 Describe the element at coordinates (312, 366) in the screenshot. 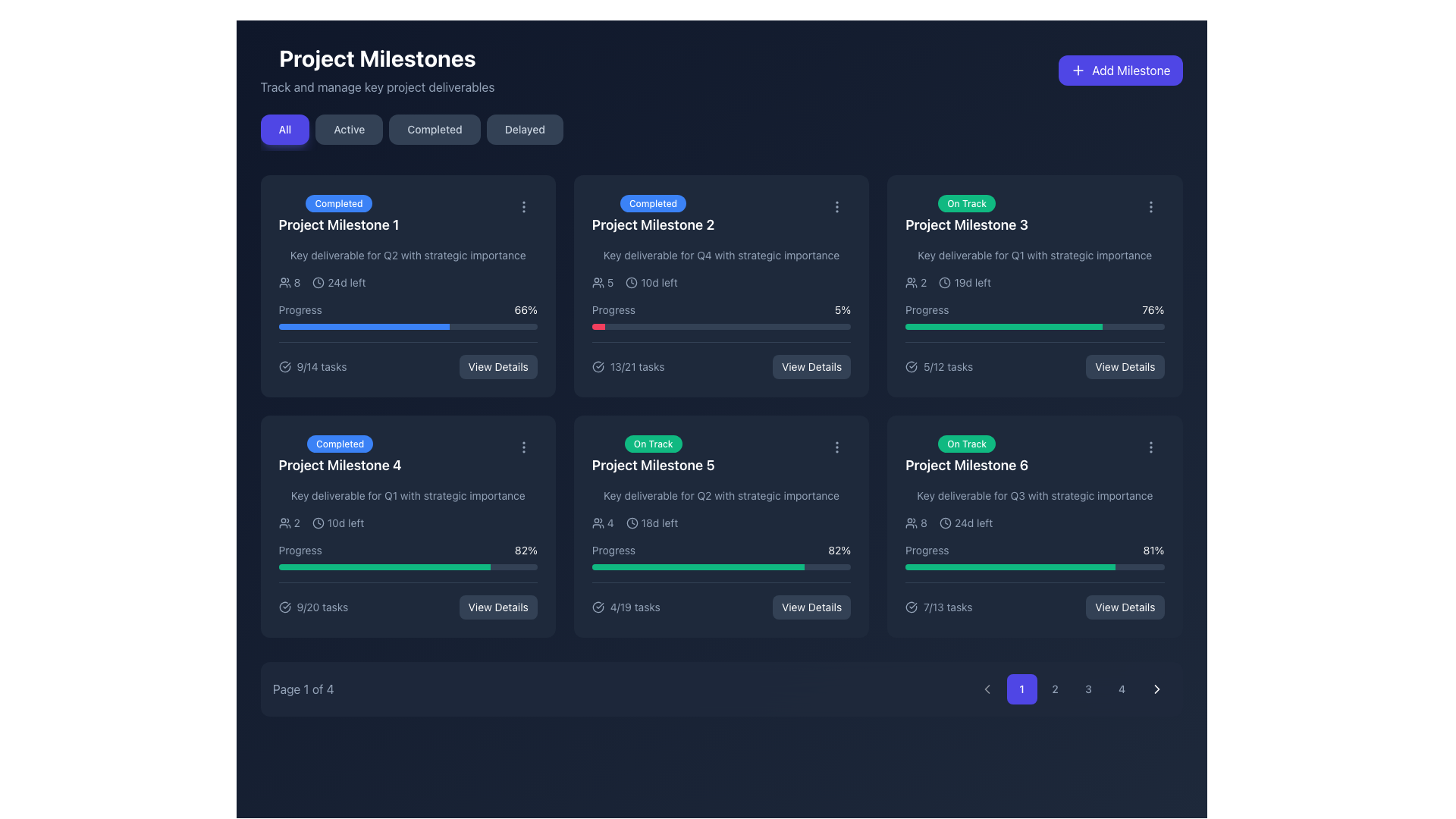

I see `the informational label displaying '9/14 tasks' with a tick icon` at that location.